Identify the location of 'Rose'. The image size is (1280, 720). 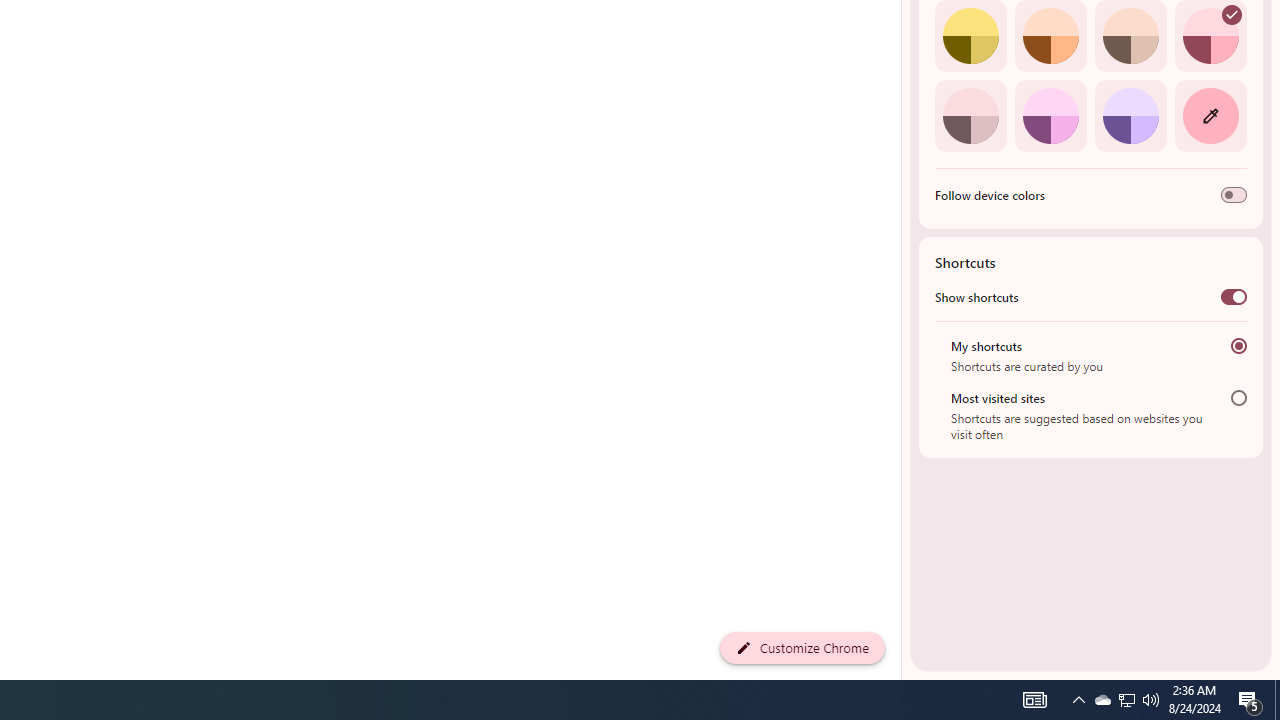
(1209, 36).